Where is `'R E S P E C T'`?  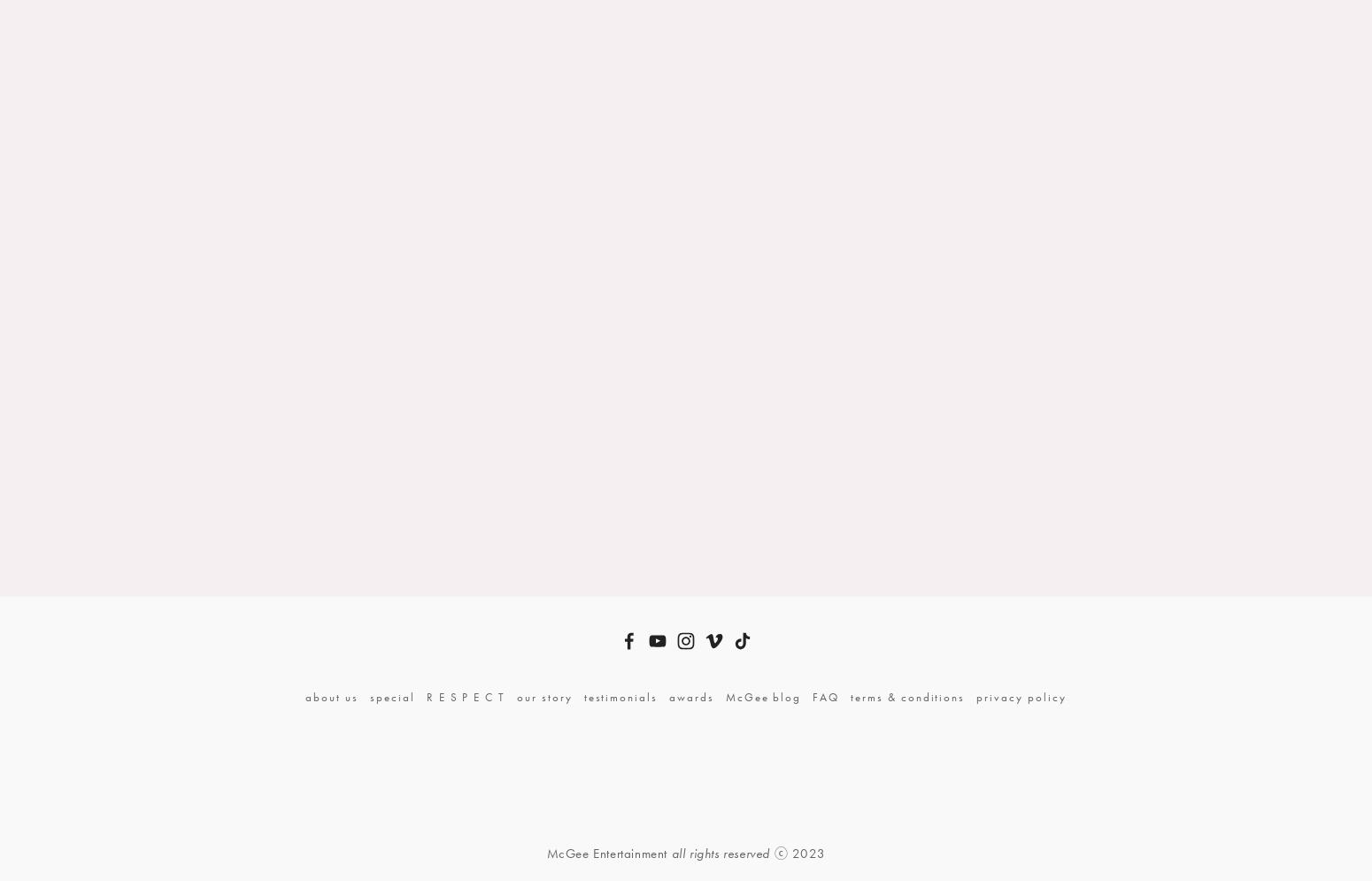
'R E S P E C T' is located at coordinates (424, 696).